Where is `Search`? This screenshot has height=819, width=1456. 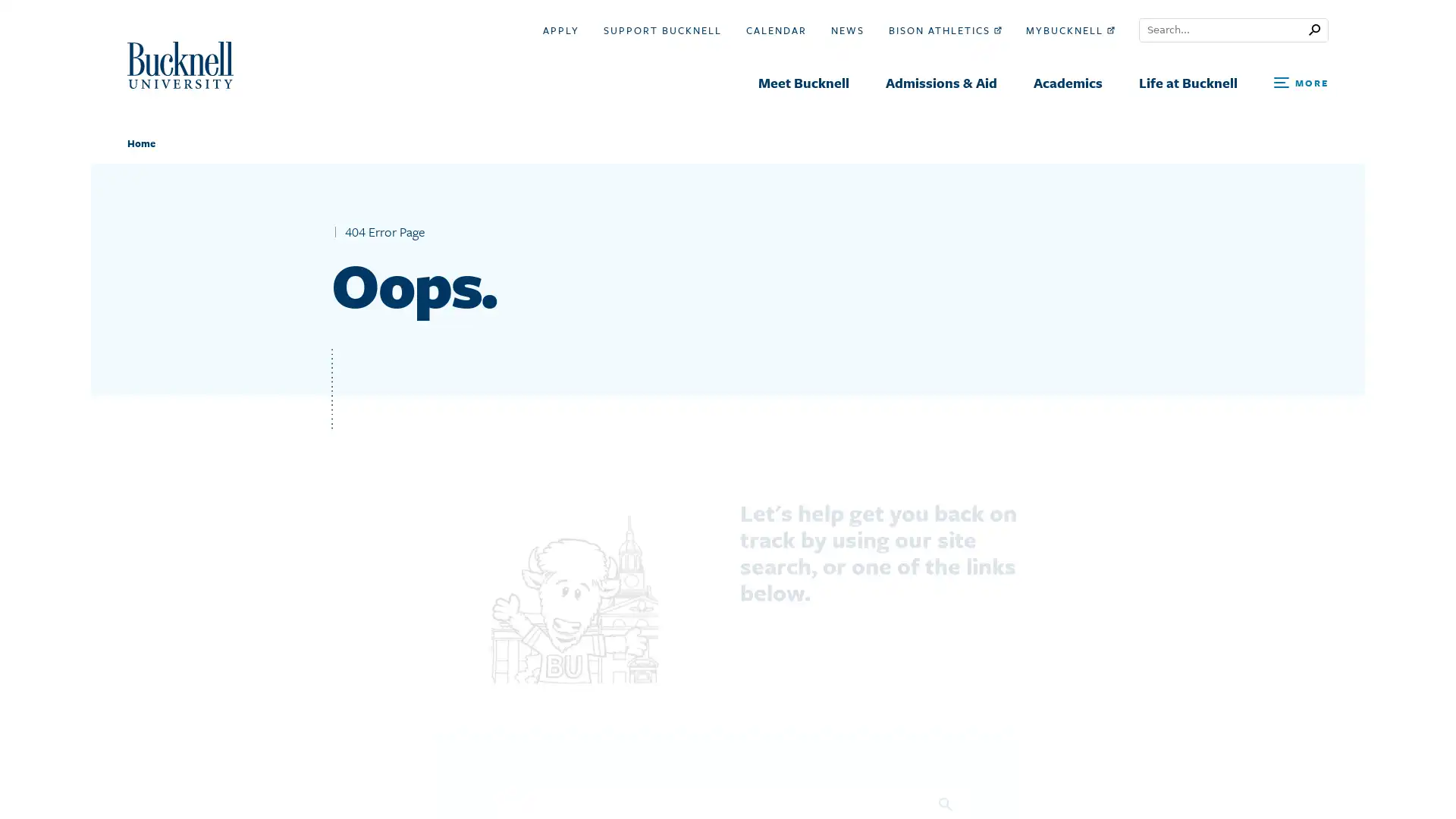
Search is located at coordinates (945, 797).